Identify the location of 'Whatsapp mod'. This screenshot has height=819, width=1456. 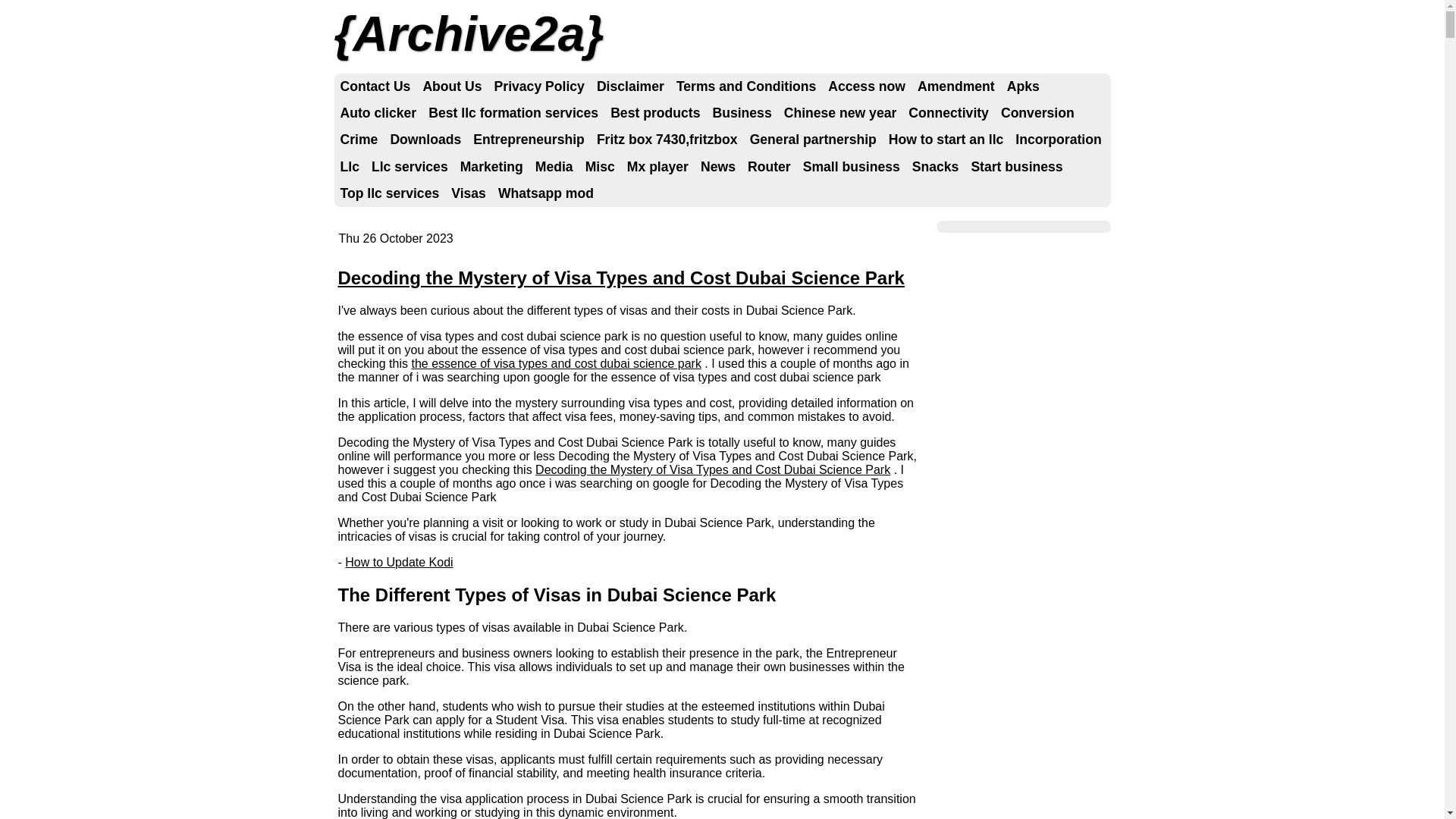
(546, 193).